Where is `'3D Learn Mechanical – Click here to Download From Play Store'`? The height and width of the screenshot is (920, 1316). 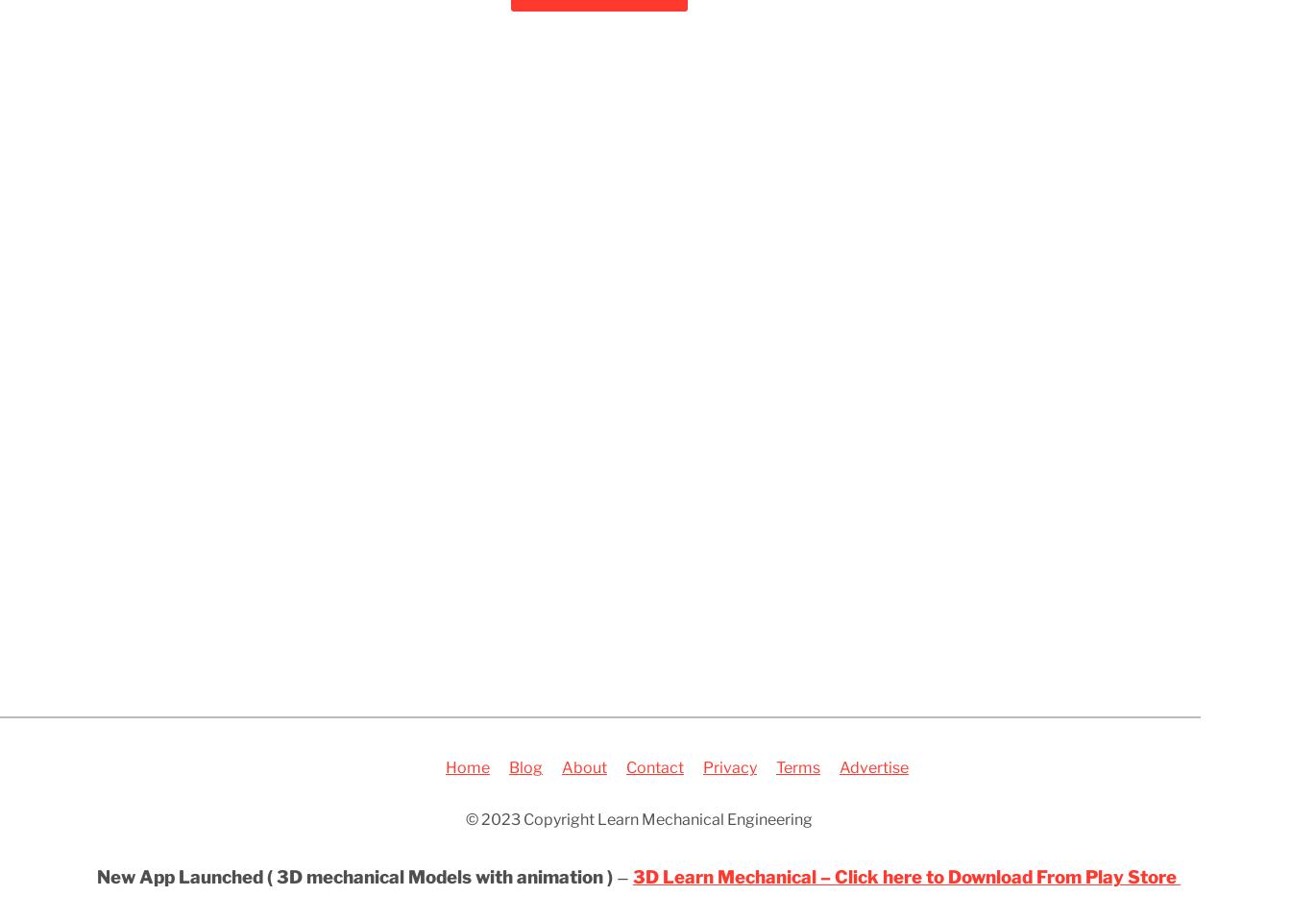 '3D Learn Mechanical – Click here to Download From Play Store' is located at coordinates (631, 877).